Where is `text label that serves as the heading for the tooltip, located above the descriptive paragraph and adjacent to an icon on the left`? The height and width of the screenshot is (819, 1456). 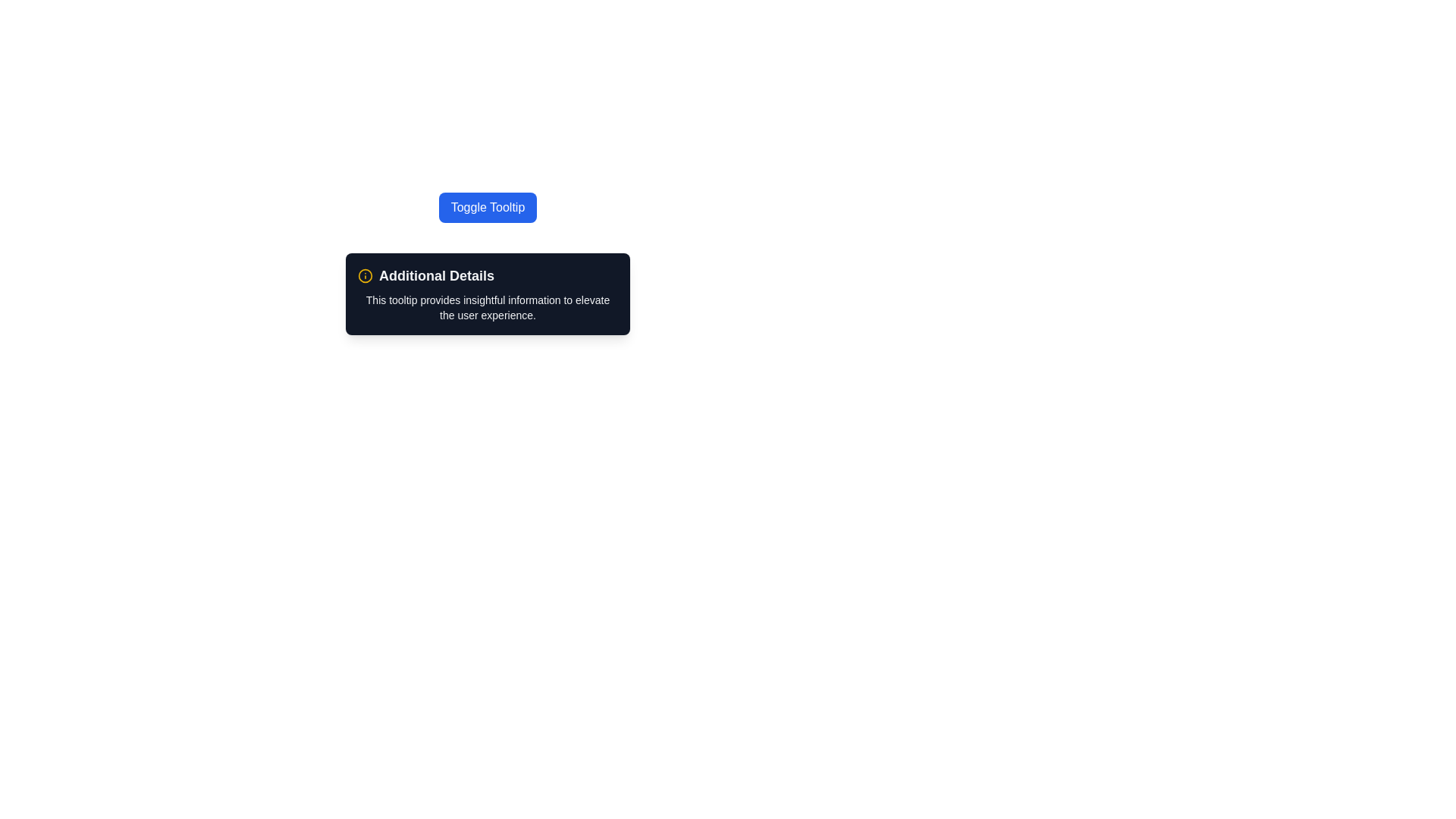 text label that serves as the heading for the tooltip, located above the descriptive paragraph and adjacent to an icon on the left is located at coordinates (488, 275).